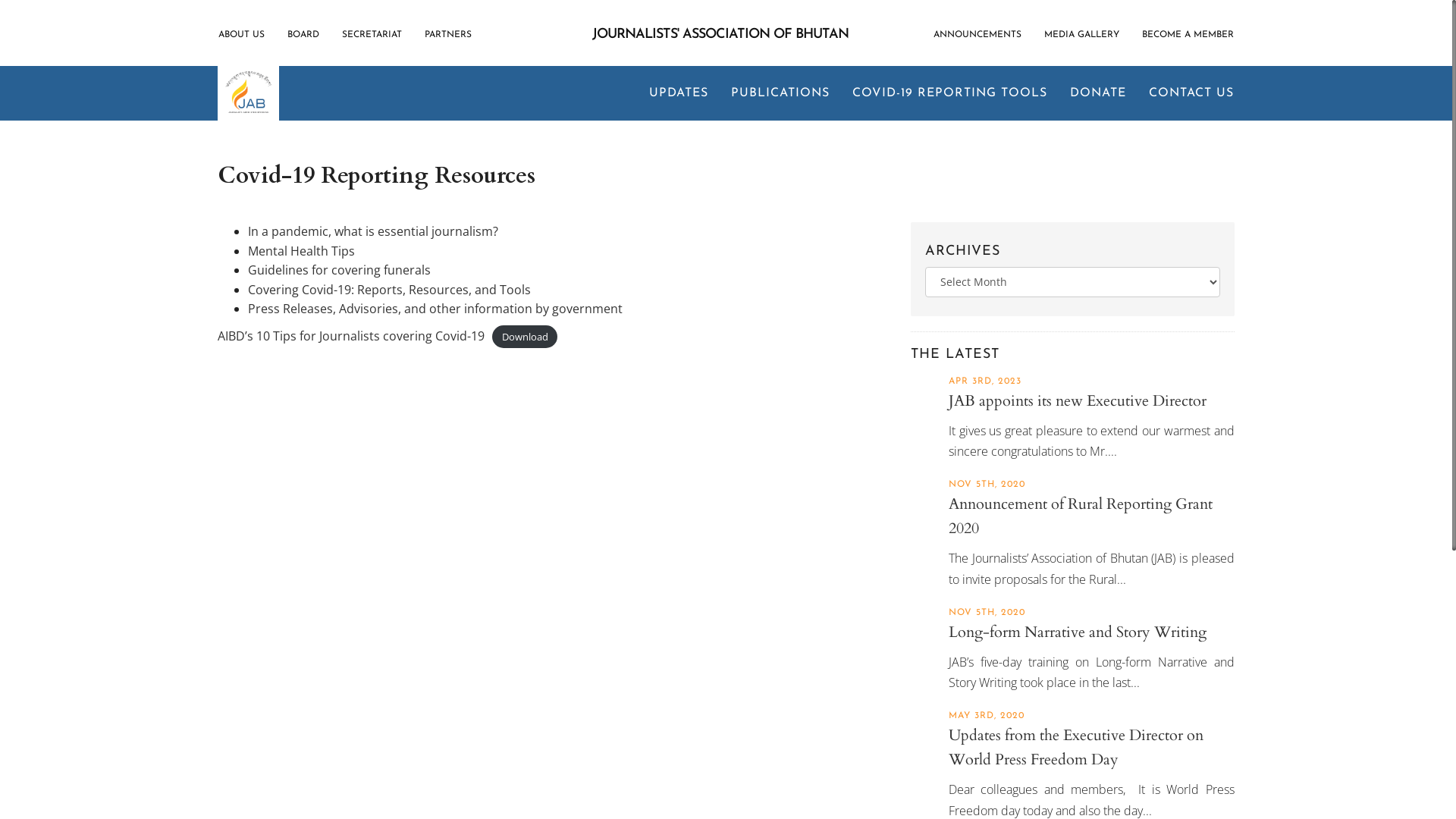 This screenshot has width=1456, height=819. Describe the element at coordinates (372, 34) in the screenshot. I see `'SECRETARIAT'` at that location.